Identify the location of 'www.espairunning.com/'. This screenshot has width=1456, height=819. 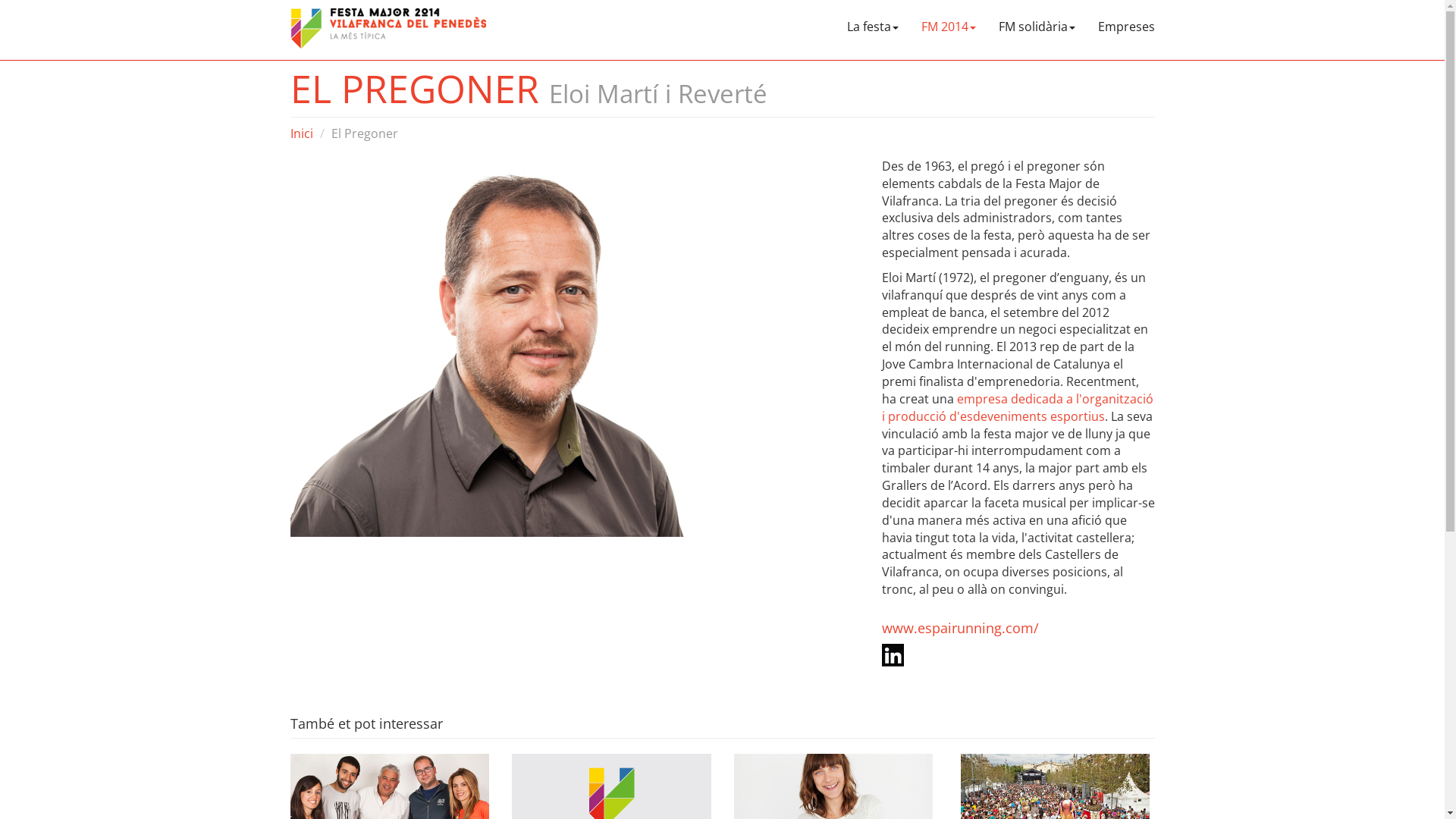
(880, 628).